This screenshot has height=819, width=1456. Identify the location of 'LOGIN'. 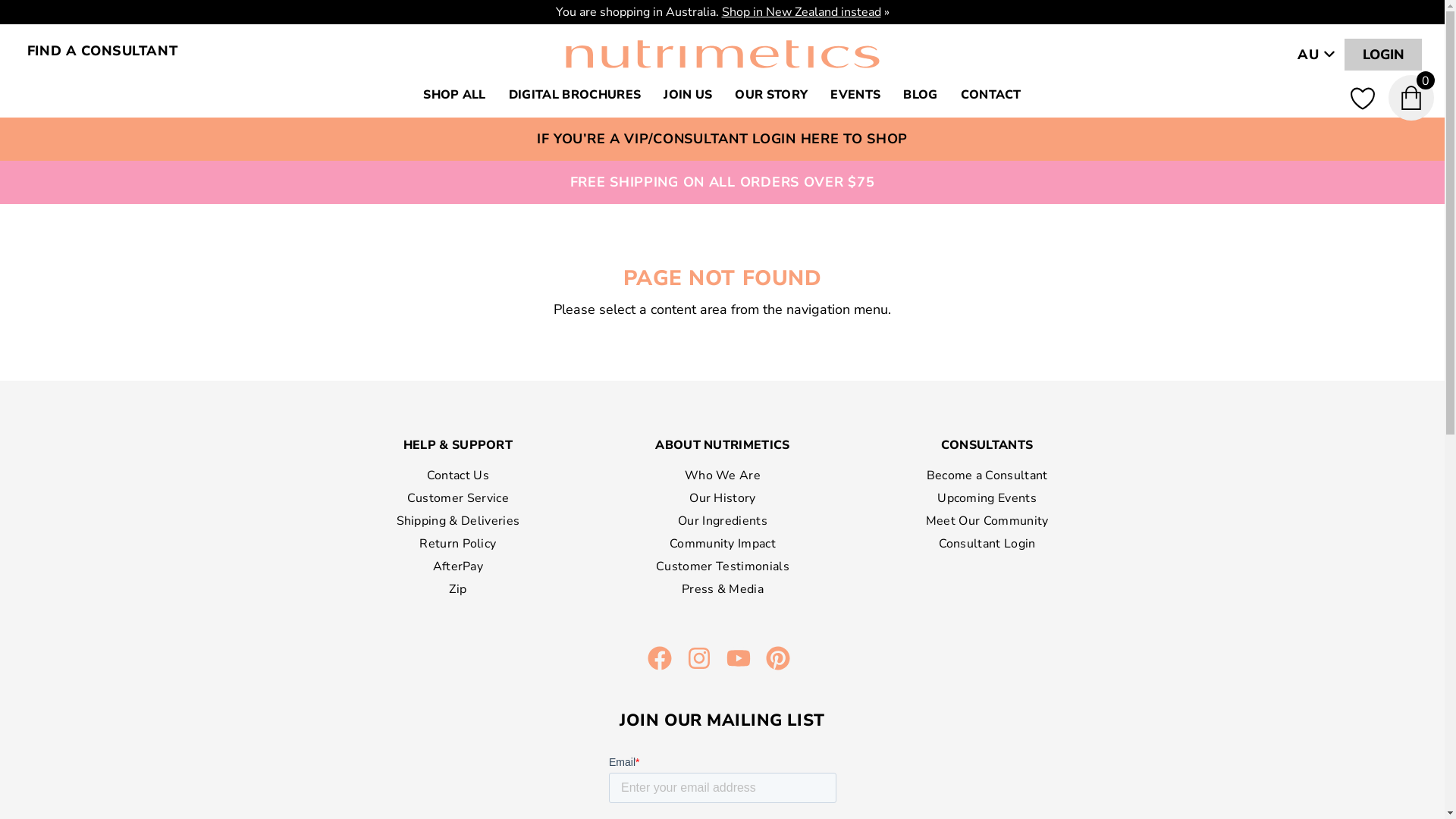
(1383, 54).